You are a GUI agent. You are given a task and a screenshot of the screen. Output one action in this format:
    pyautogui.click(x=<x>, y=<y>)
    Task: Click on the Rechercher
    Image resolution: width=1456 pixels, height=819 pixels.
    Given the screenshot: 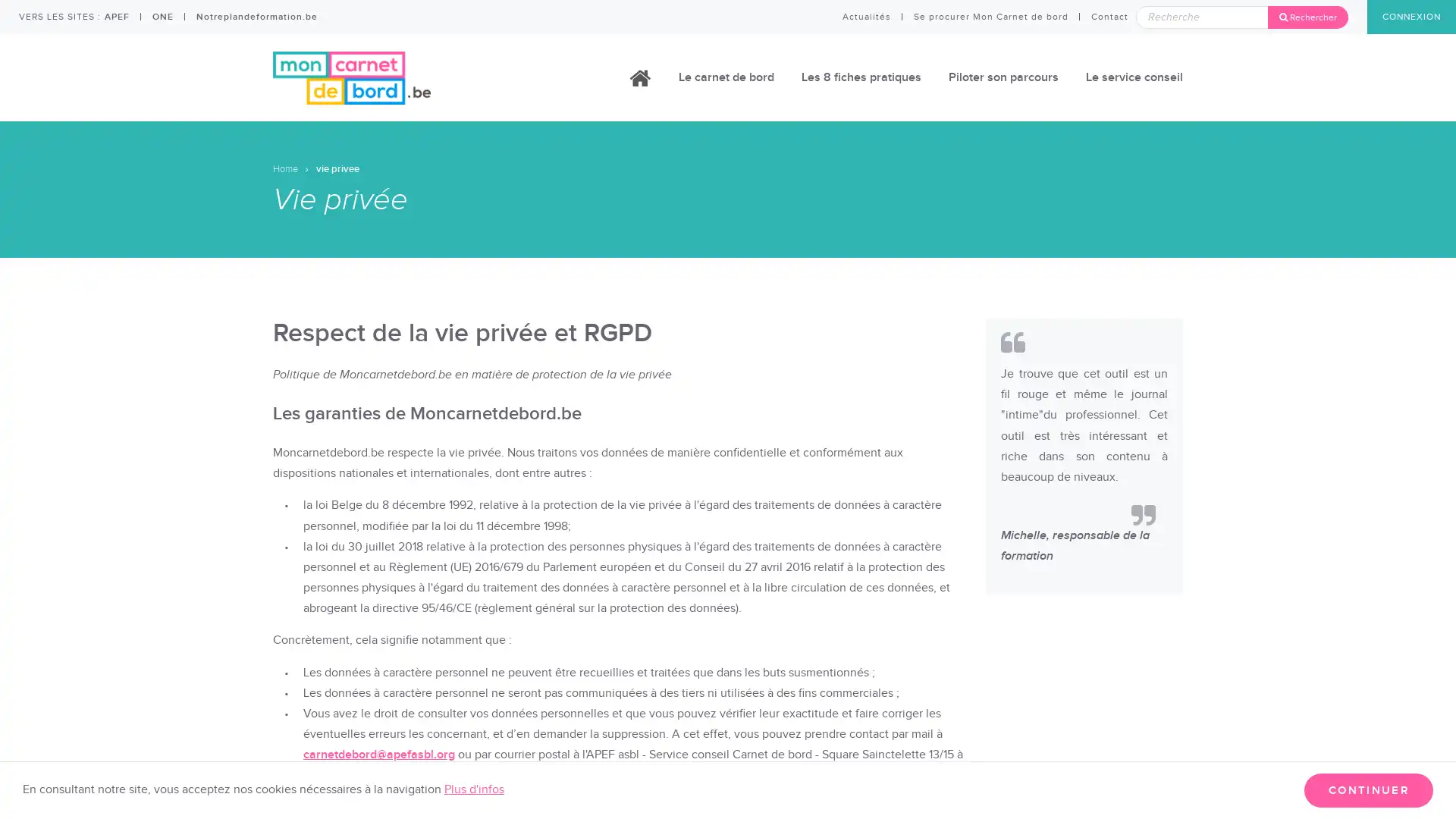 What is the action you would take?
    pyautogui.click(x=1307, y=17)
    